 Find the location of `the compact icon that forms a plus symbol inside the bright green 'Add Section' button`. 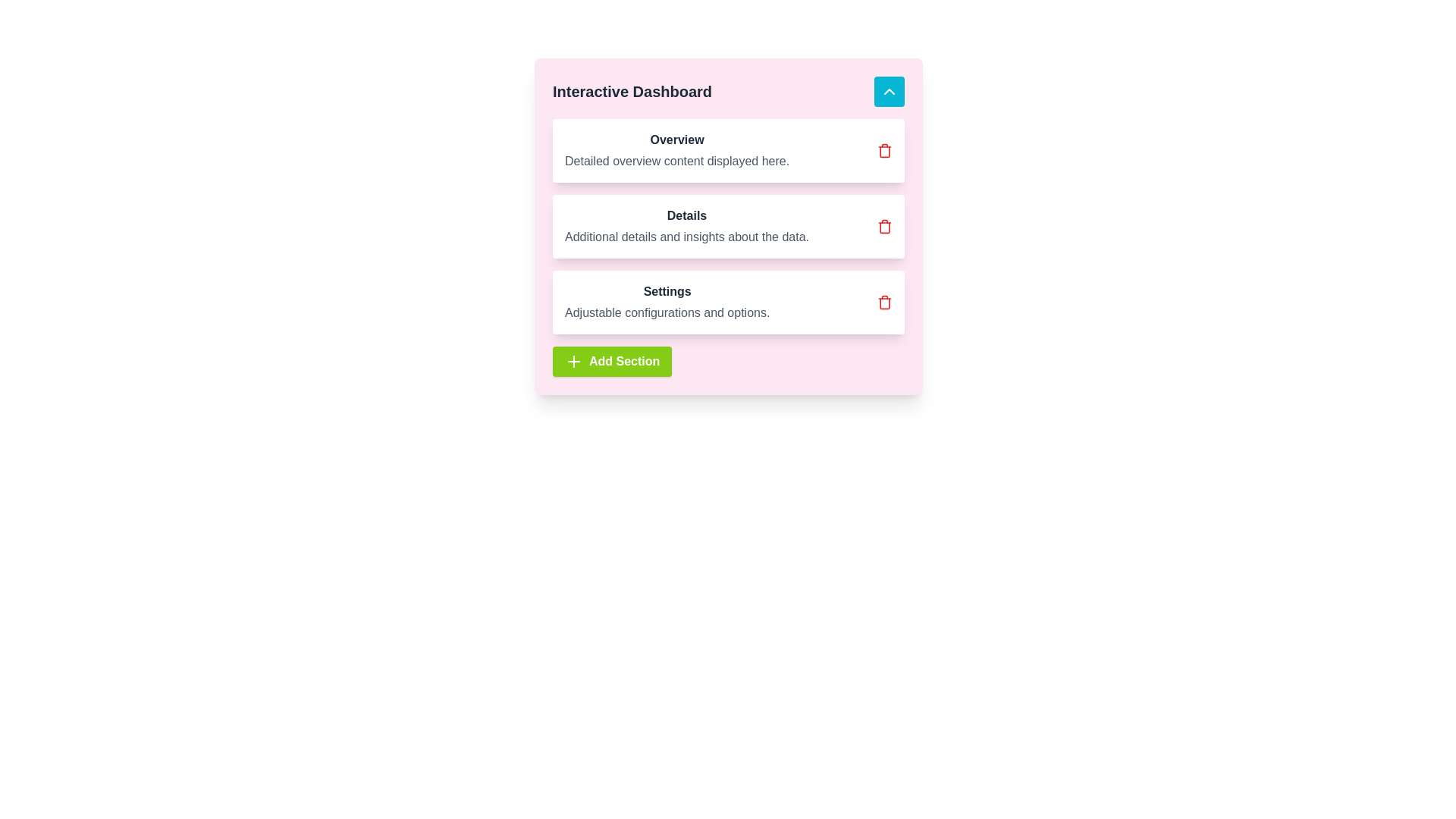

the compact icon that forms a plus symbol inside the bright green 'Add Section' button is located at coordinates (573, 362).